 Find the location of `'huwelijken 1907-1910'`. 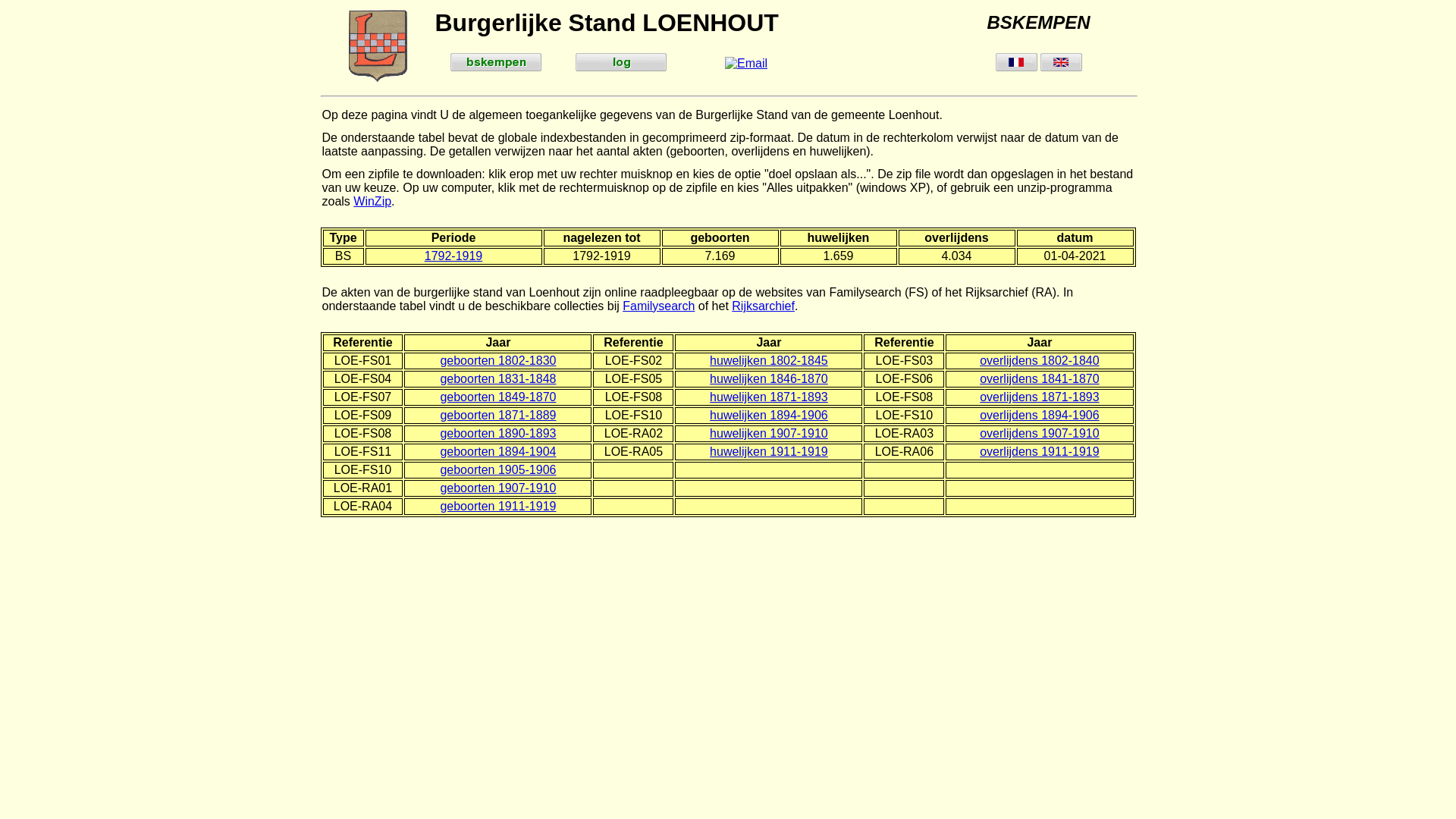

'huwelijken 1907-1910' is located at coordinates (768, 433).